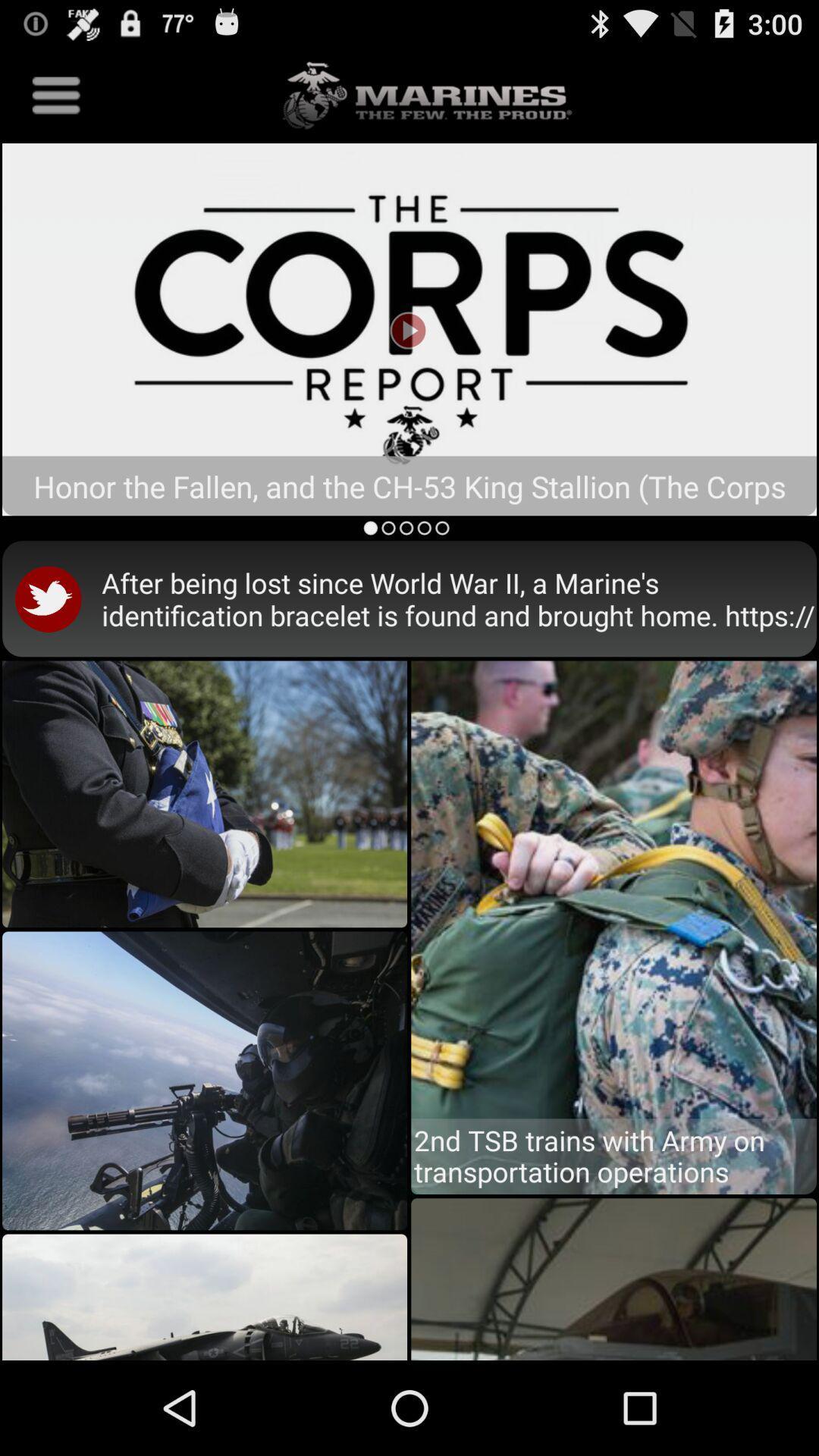 The height and width of the screenshot is (1456, 819). I want to click on the video, so click(409, 328).